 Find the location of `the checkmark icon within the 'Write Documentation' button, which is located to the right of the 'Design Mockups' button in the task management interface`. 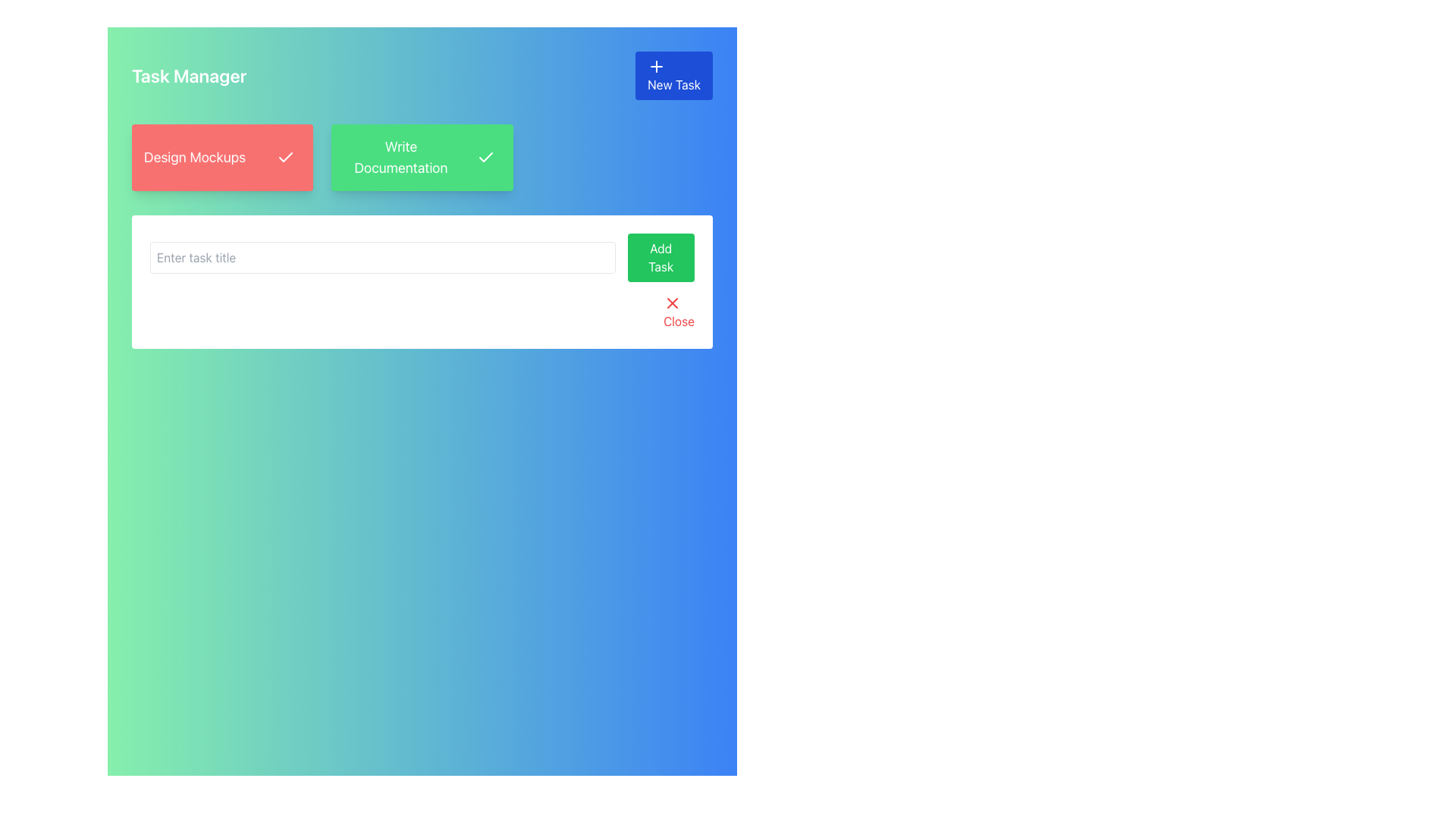

the checkmark icon within the 'Write Documentation' button, which is located to the right of the 'Design Mockups' button in the task management interface is located at coordinates (485, 158).